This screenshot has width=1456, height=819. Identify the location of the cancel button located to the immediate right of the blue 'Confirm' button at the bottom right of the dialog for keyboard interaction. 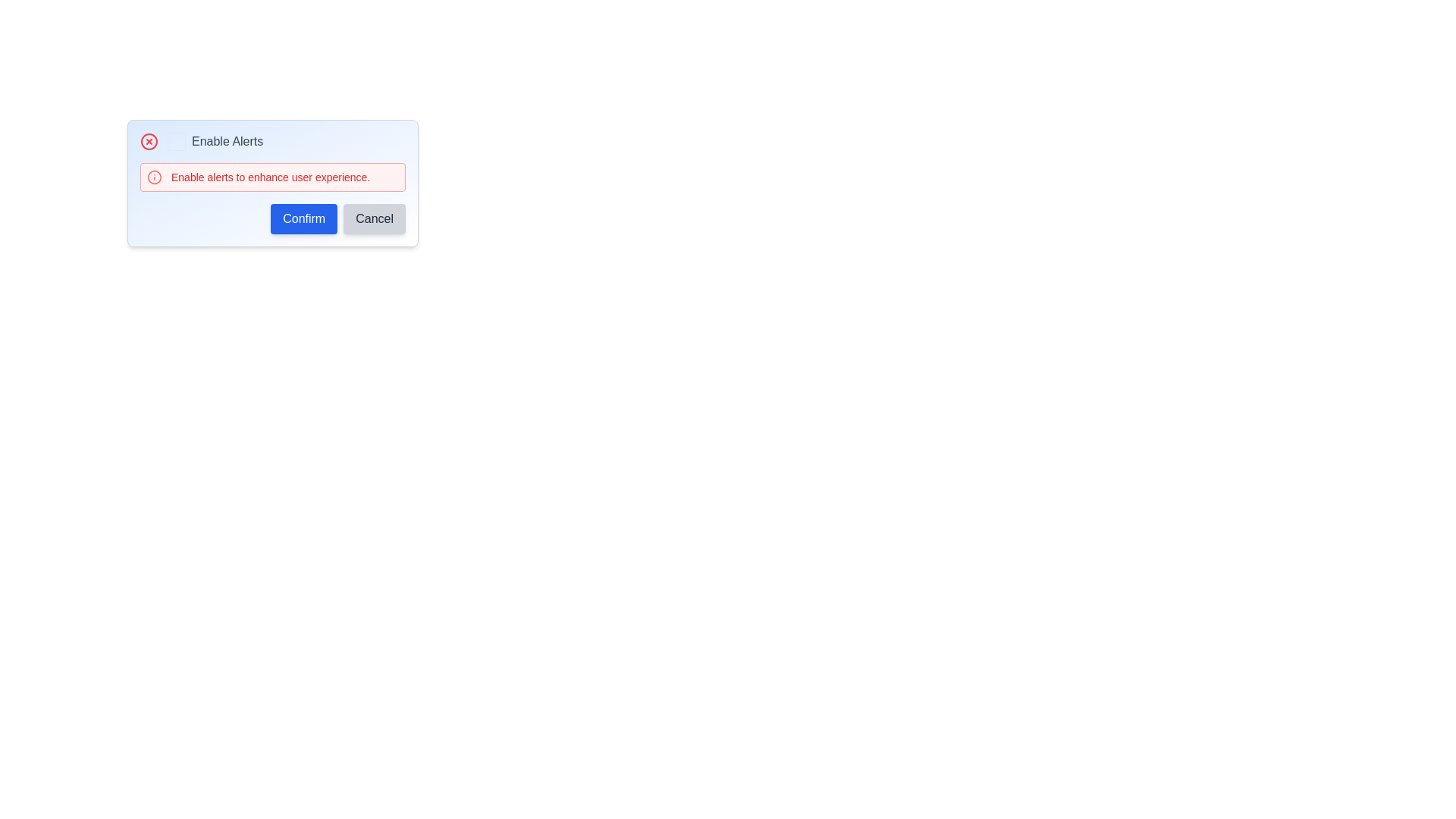
(375, 219).